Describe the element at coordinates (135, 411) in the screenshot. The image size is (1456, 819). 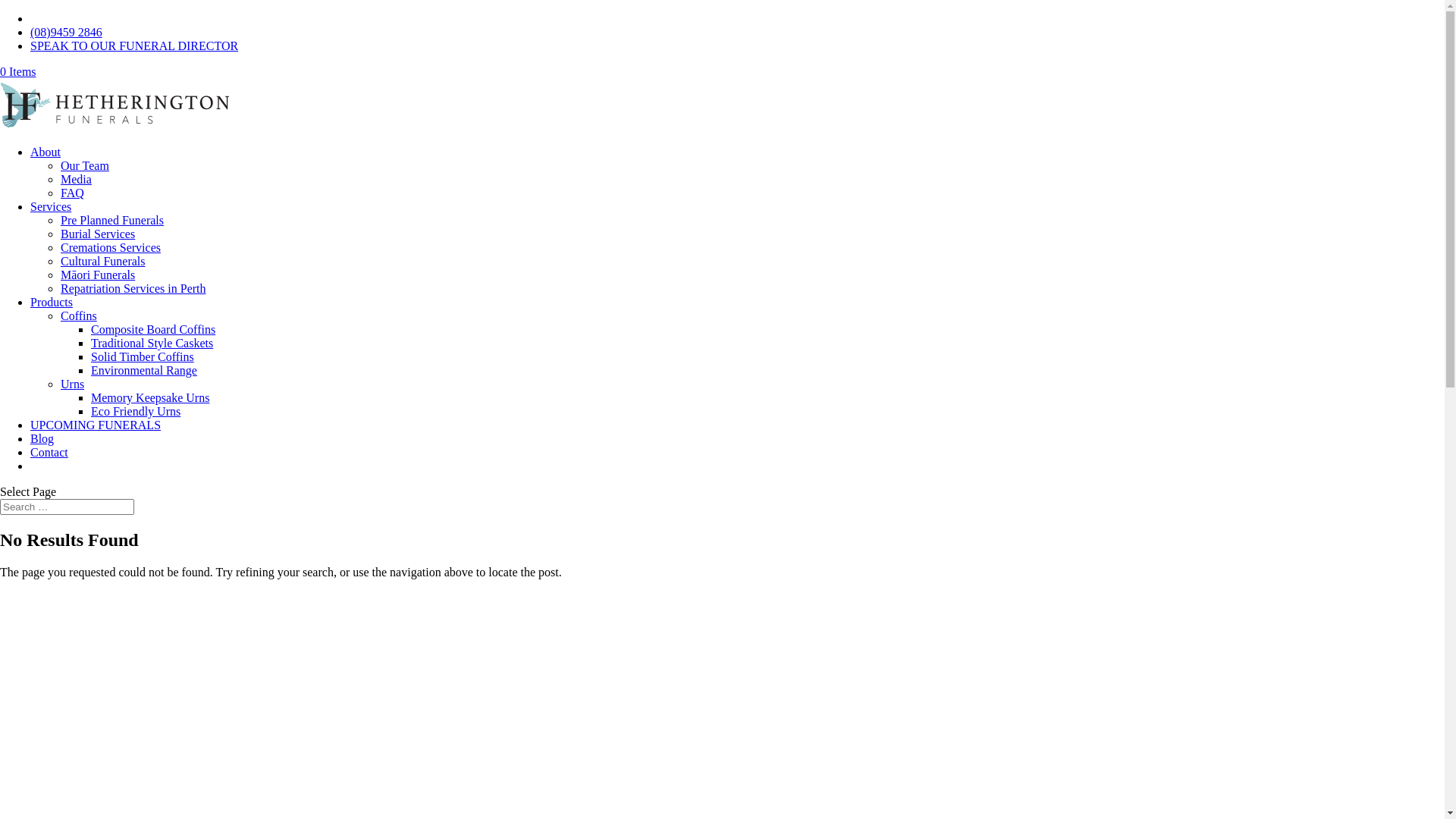
I see `'Eco Friendly Urns'` at that location.